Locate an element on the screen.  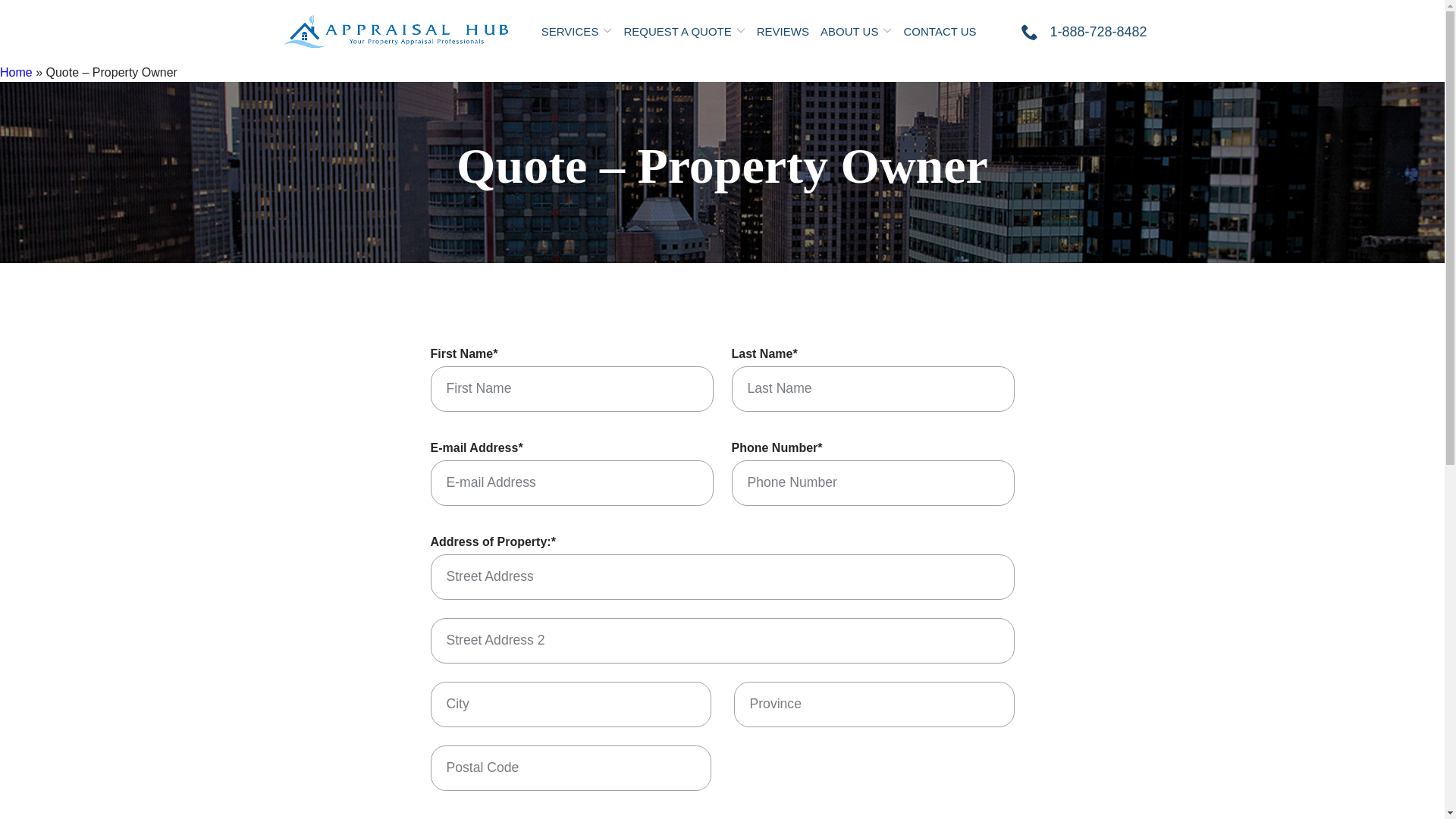
'Skip to Content' is located at coordinates (0, 0).